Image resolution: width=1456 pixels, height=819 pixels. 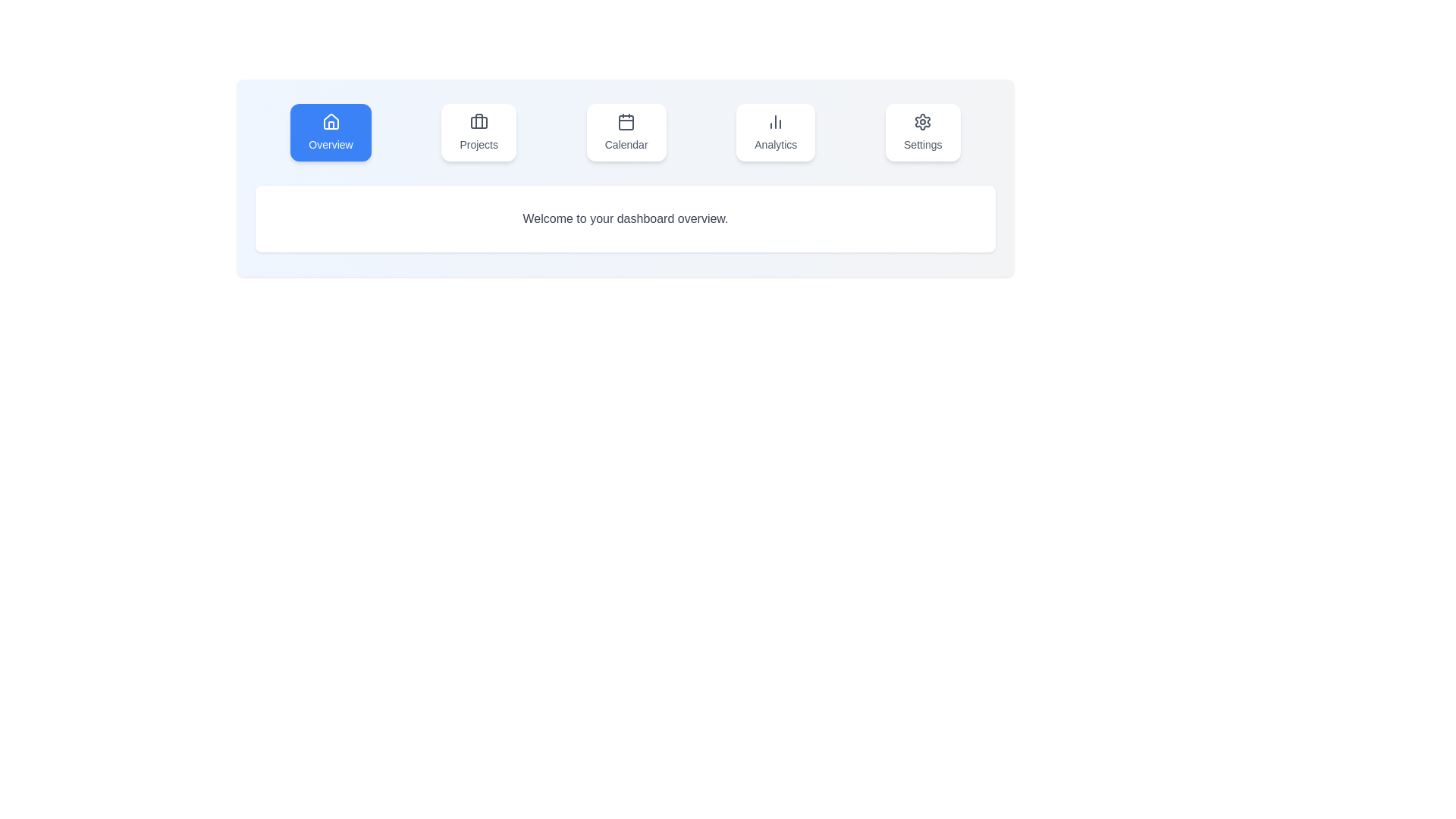 What do you see at coordinates (478, 121) in the screenshot?
I see `the 'Projects' button icon located in the navigation menu, which serves as an indicator for the 'Projects' section` at bounding box center [478, 121].